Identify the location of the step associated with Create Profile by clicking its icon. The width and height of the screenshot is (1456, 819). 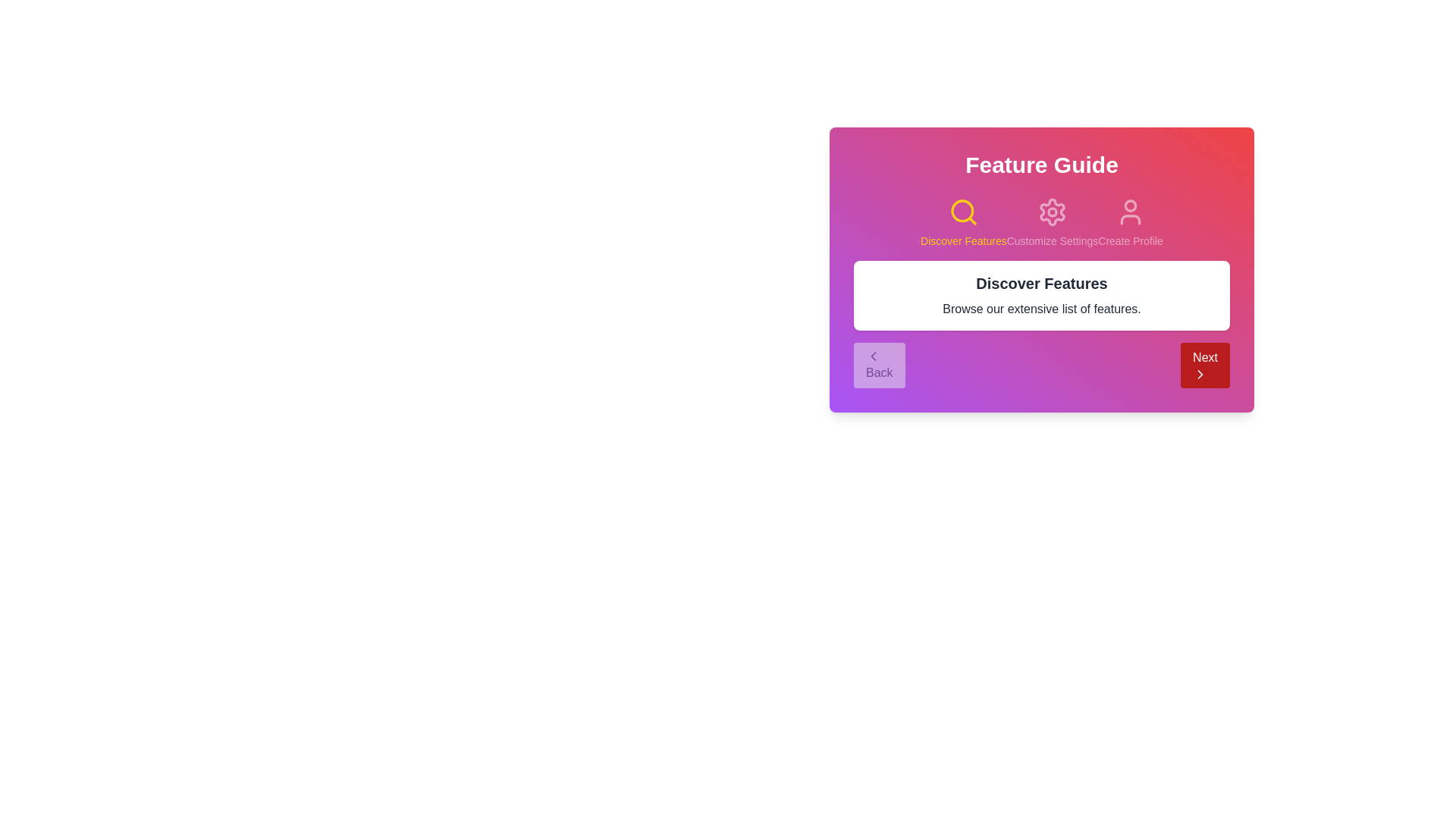
(1131, 212).